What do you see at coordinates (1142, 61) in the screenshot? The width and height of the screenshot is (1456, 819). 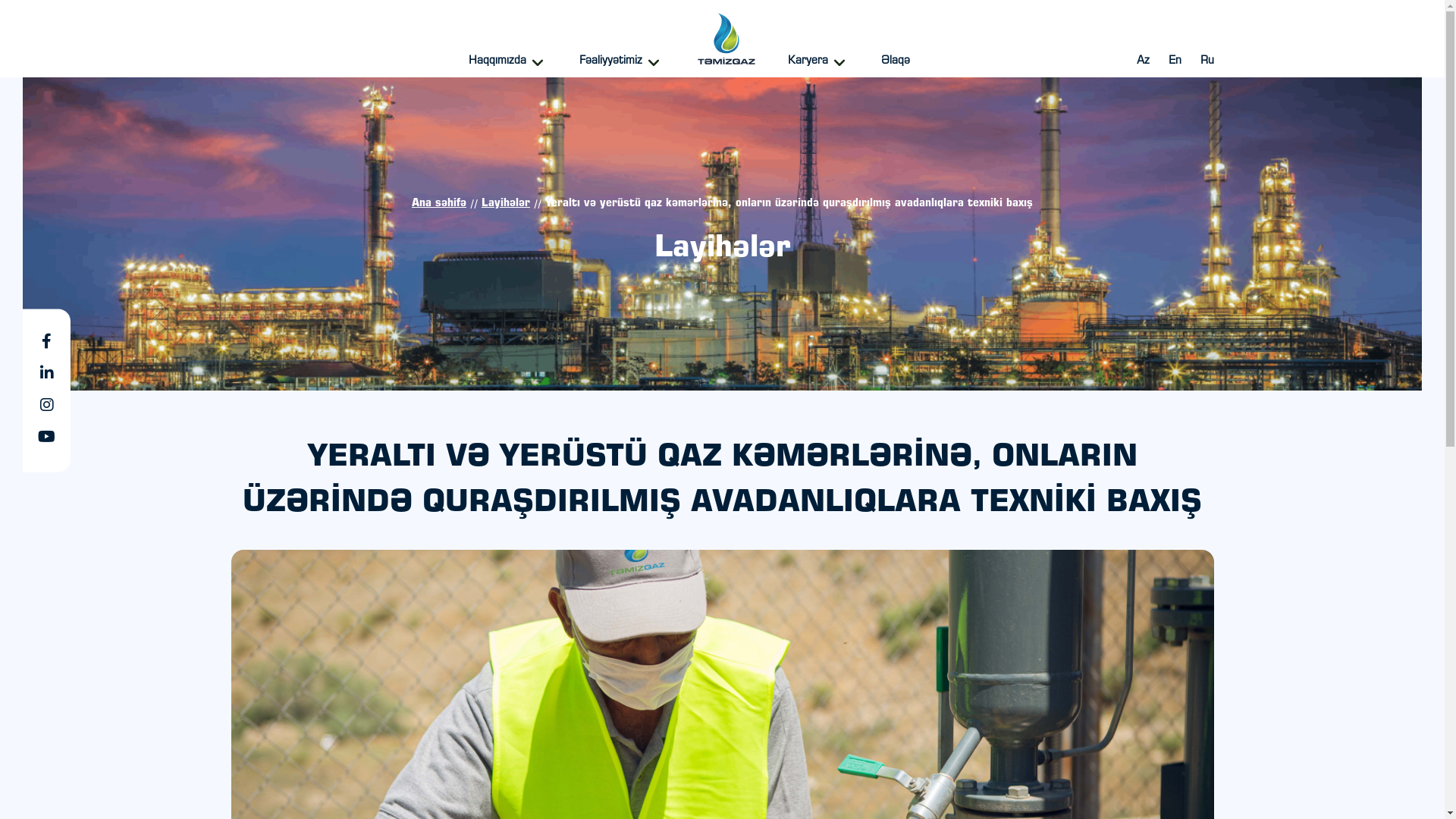 I see `'Az'` at bounding box center [1142, 61].